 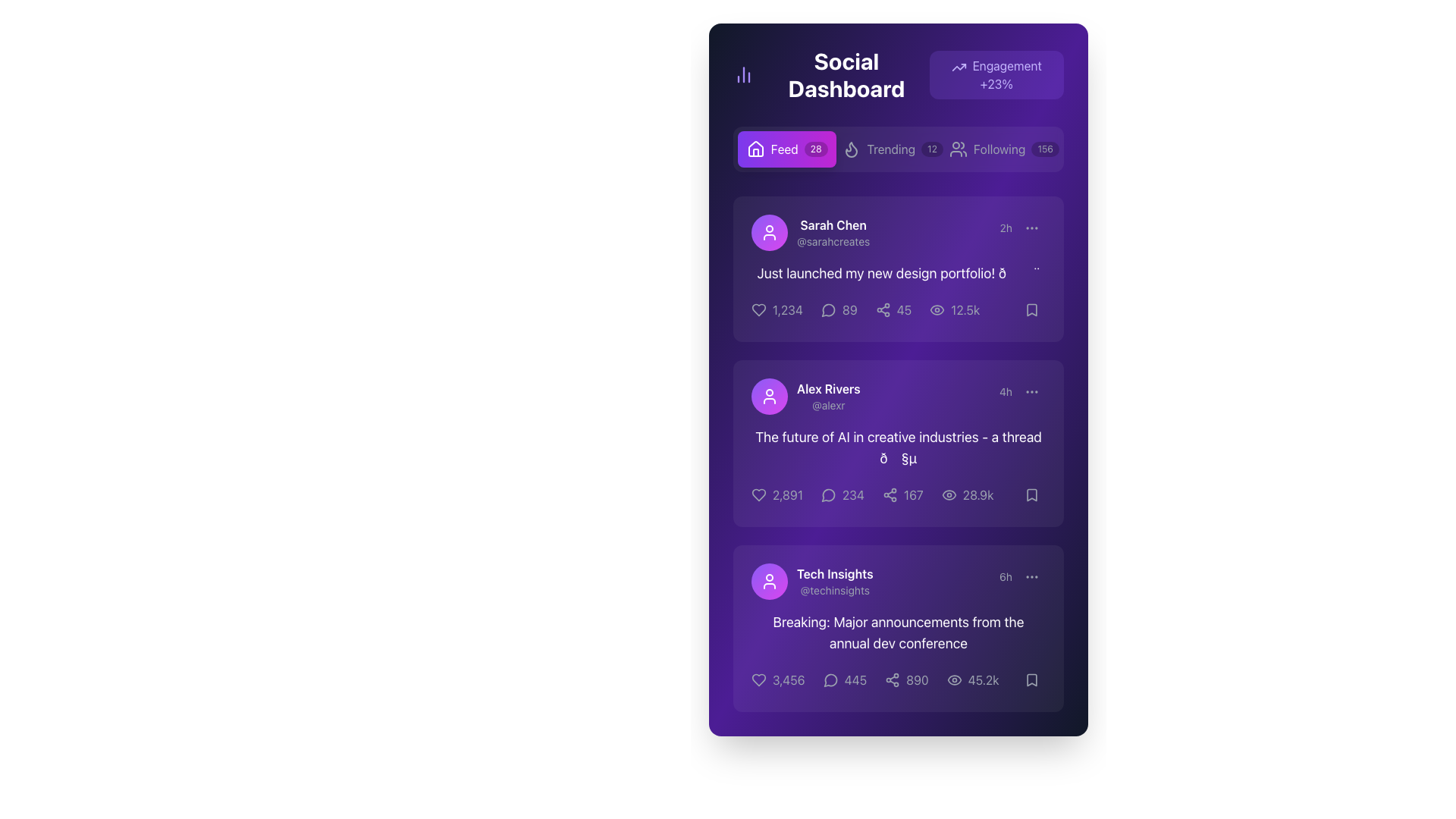 What do you see at coordinates (937, 309) in the screenshot?
I see `the visual representation of the eye icon that signifies view count for the post by 'Sarah Chen', located in the second row of statistical metrics preceding the text '12.5k'` at bounding box center [937, 309].